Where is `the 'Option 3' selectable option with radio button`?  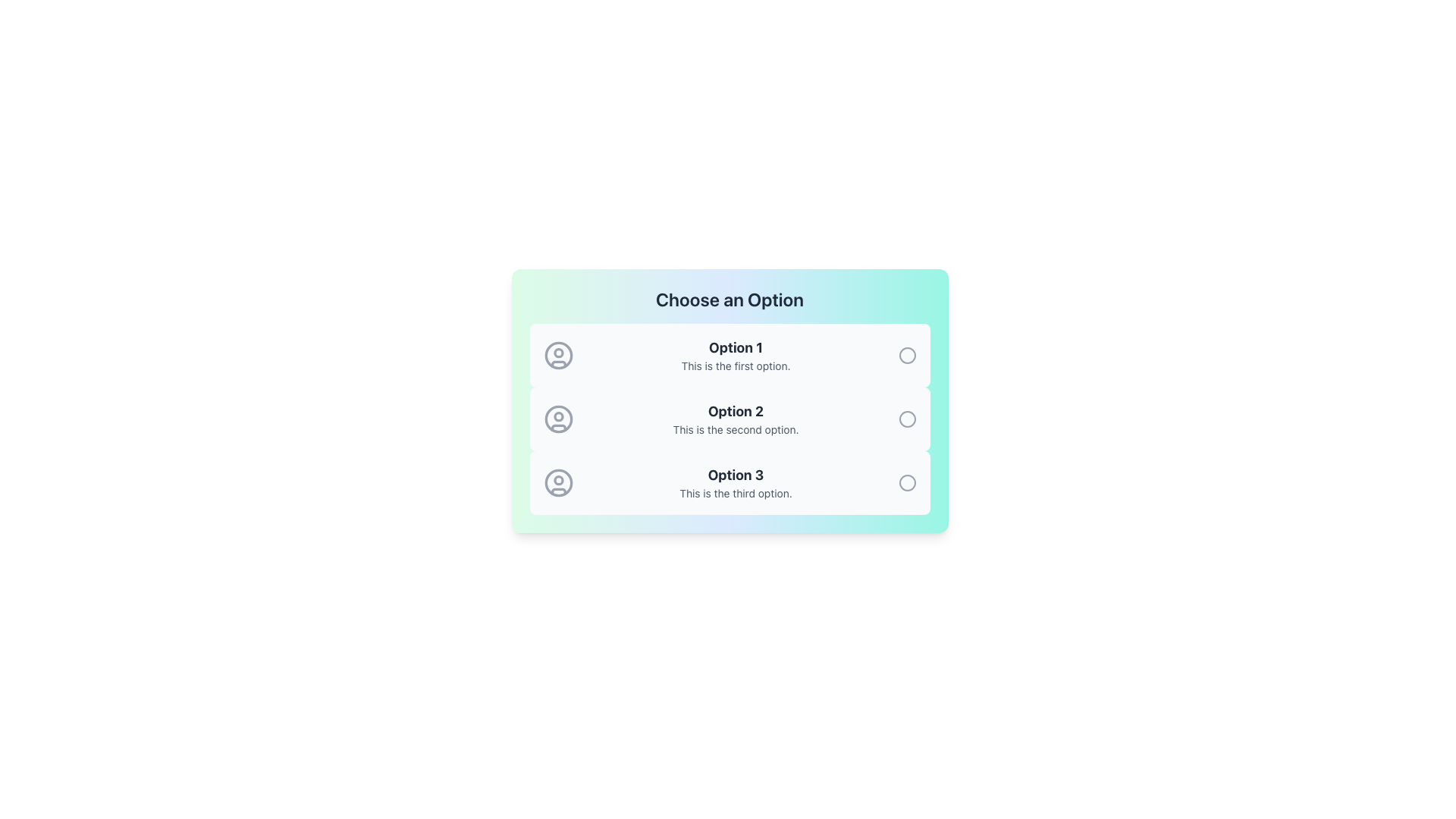 the 'Option 3' selectable option with radio button is located at coordinates (730, 482).